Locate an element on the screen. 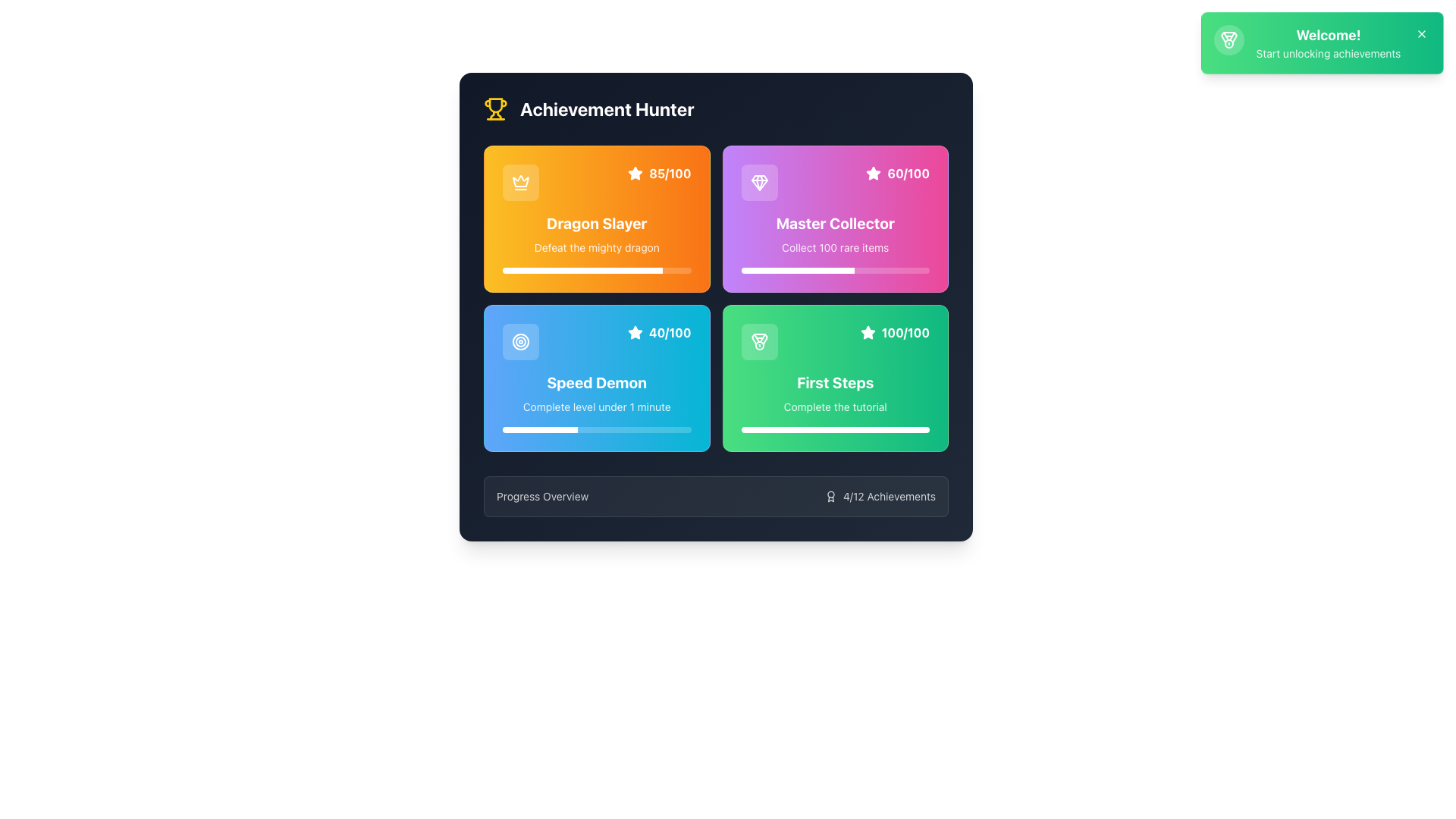 Image resolution: width=1456 pixels, height=819 pixels. the progress of the 'Dragon Slayer' achievement is located at coordinates (590, 270).